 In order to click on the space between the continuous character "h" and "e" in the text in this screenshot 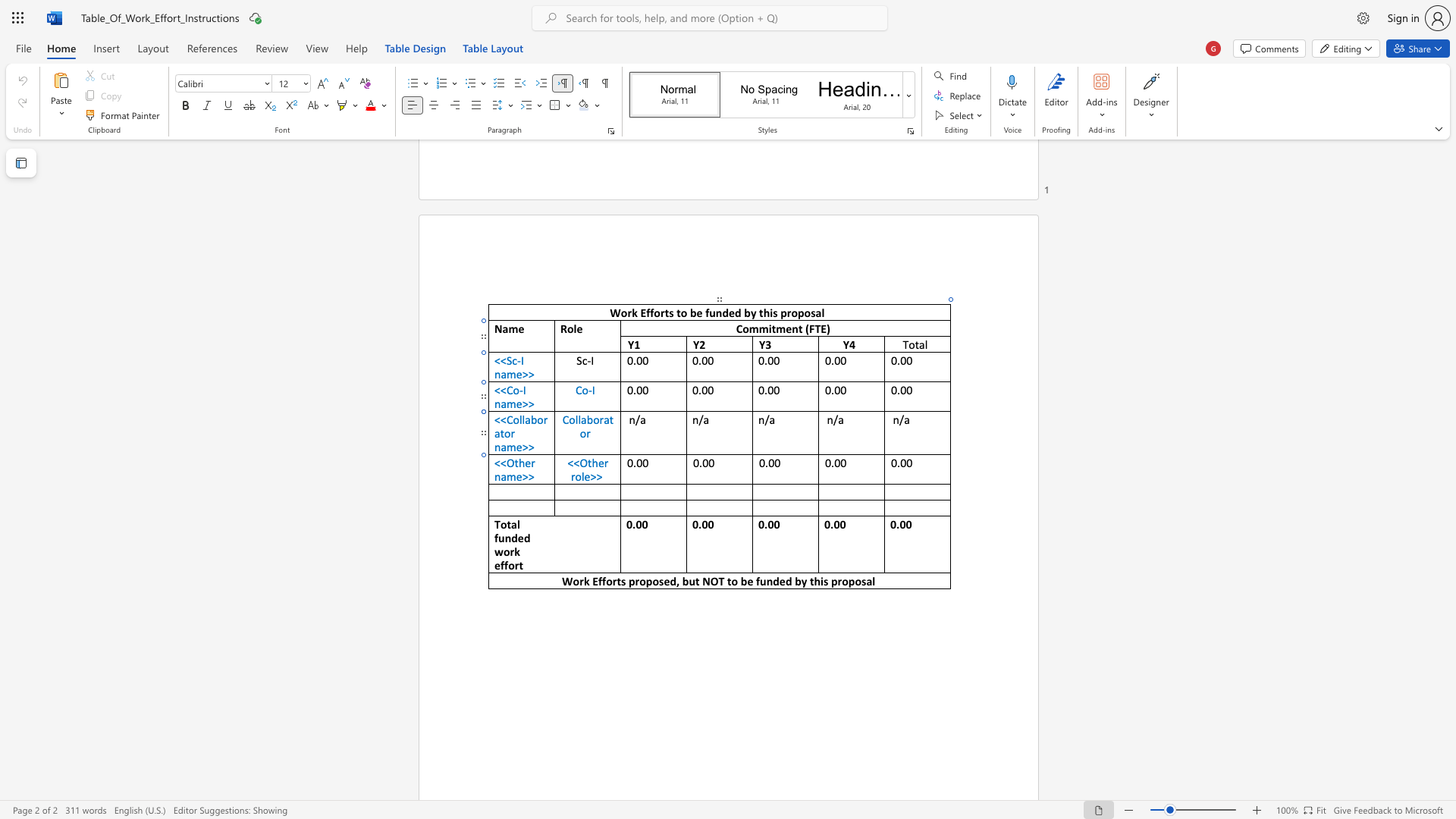, I will do `click(597, 462)`.